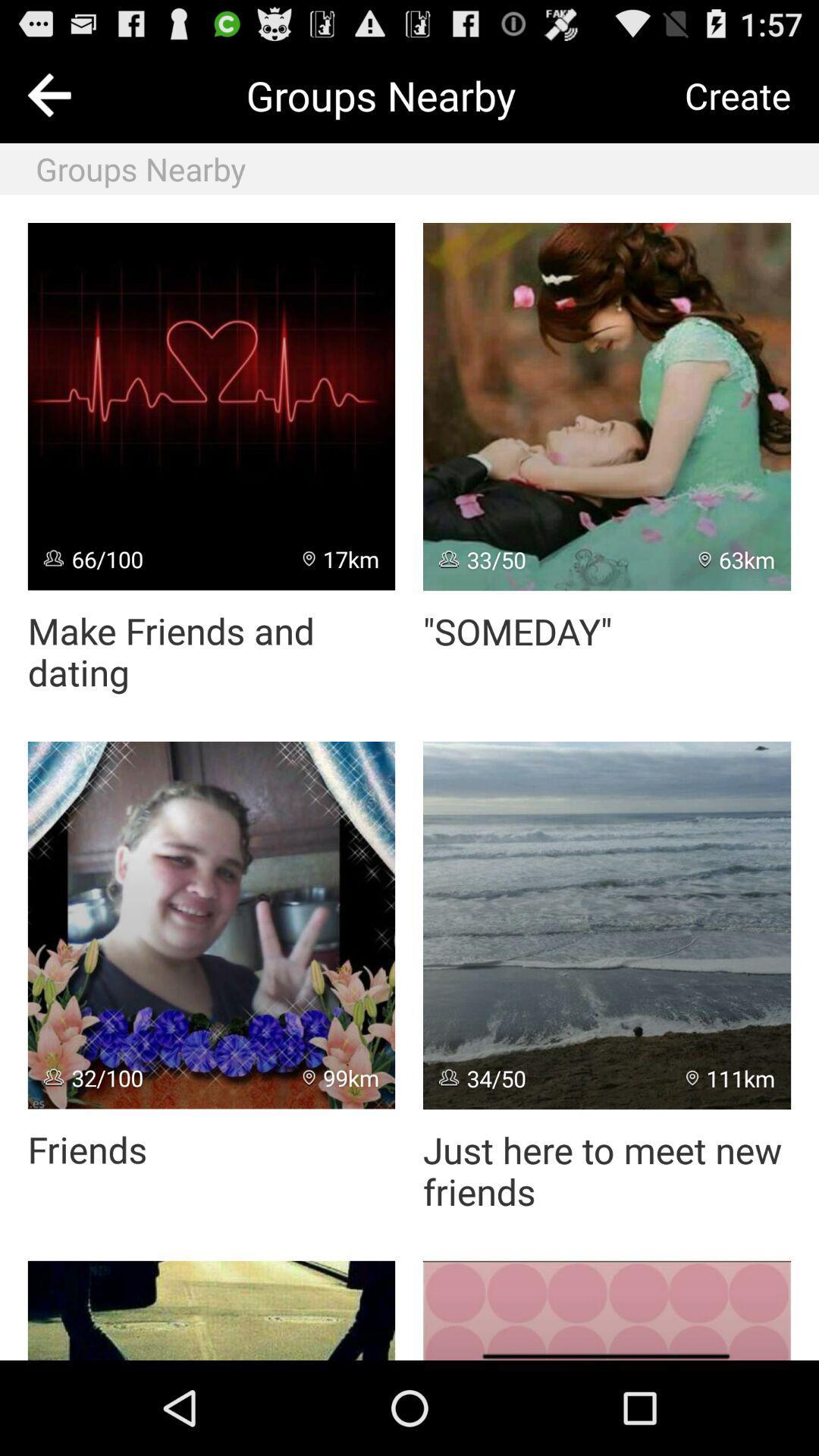  What do you see at coordinates (606, 924) in the screenshot?
I see `icon above just here to icon` at bounding box center [606, 924].